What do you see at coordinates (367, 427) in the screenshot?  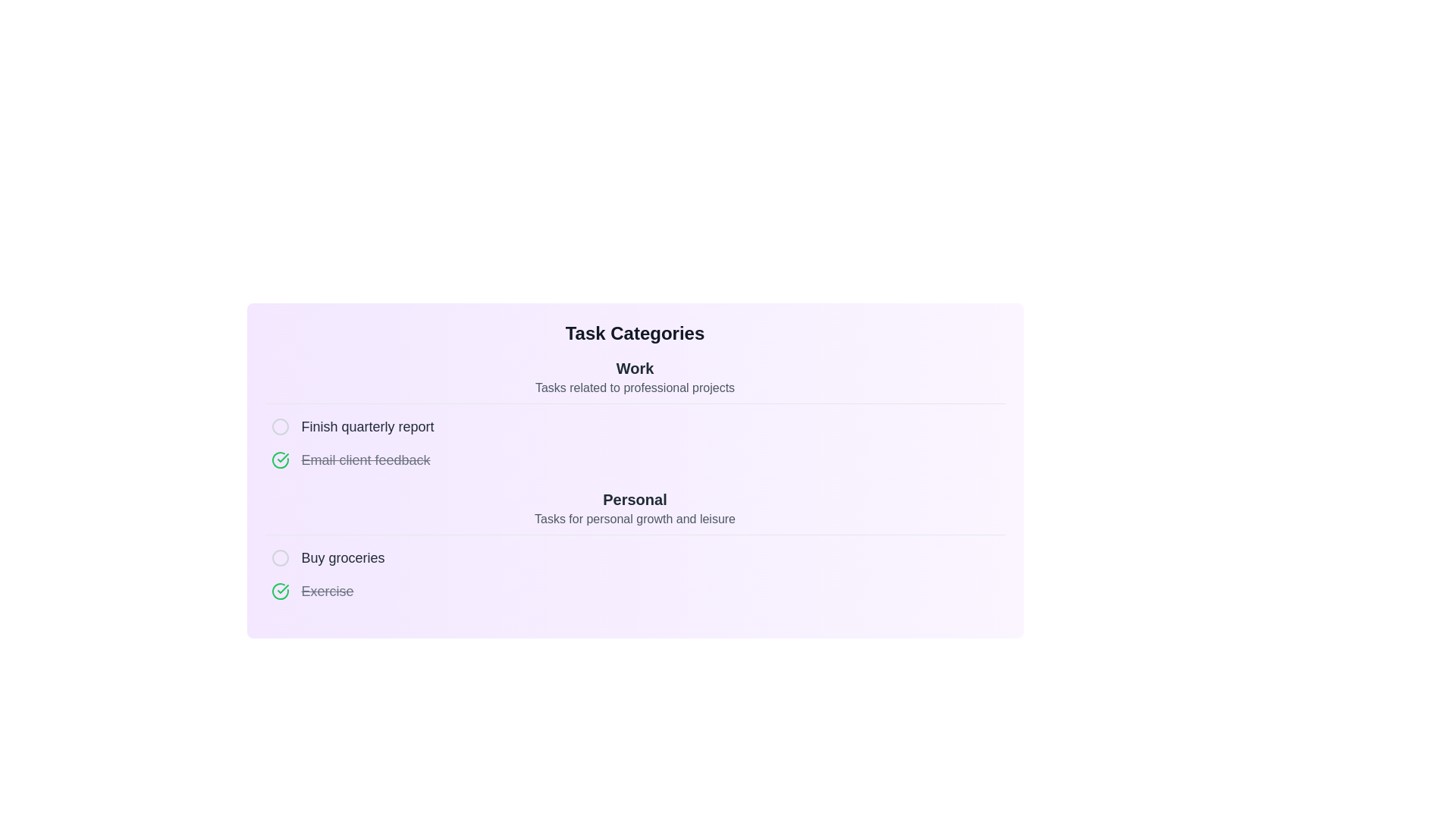 I see `text label that says 'Finish quarterly report', which is the second item in the list under the 'Work' category` at bounding box center [367, 427].